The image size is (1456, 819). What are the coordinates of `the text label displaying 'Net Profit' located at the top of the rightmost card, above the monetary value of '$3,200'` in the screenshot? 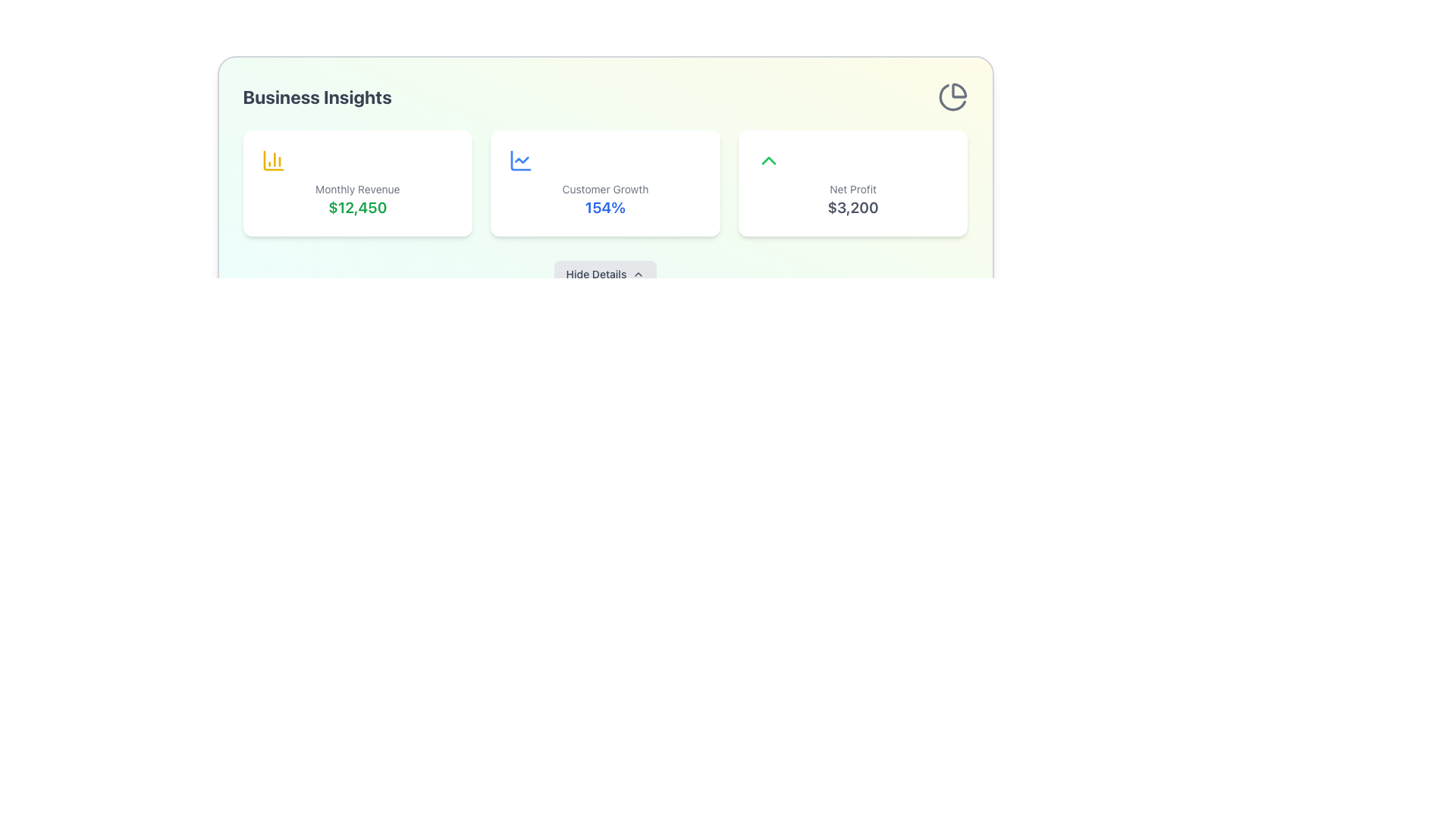 It's located at (853, 189).